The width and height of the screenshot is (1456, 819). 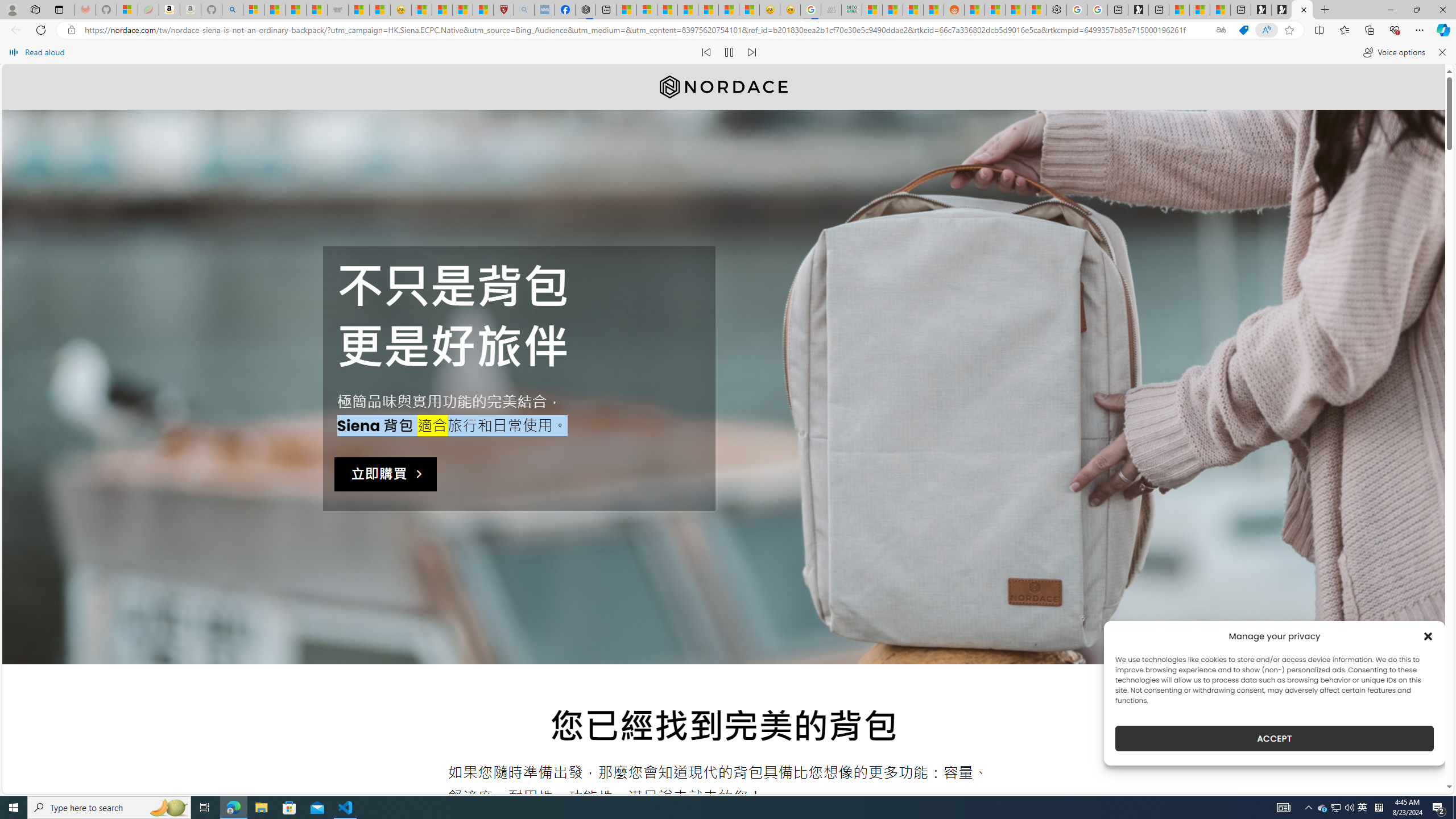 I want to click on 'Recipes - MSN', so click(x=421, y=9).